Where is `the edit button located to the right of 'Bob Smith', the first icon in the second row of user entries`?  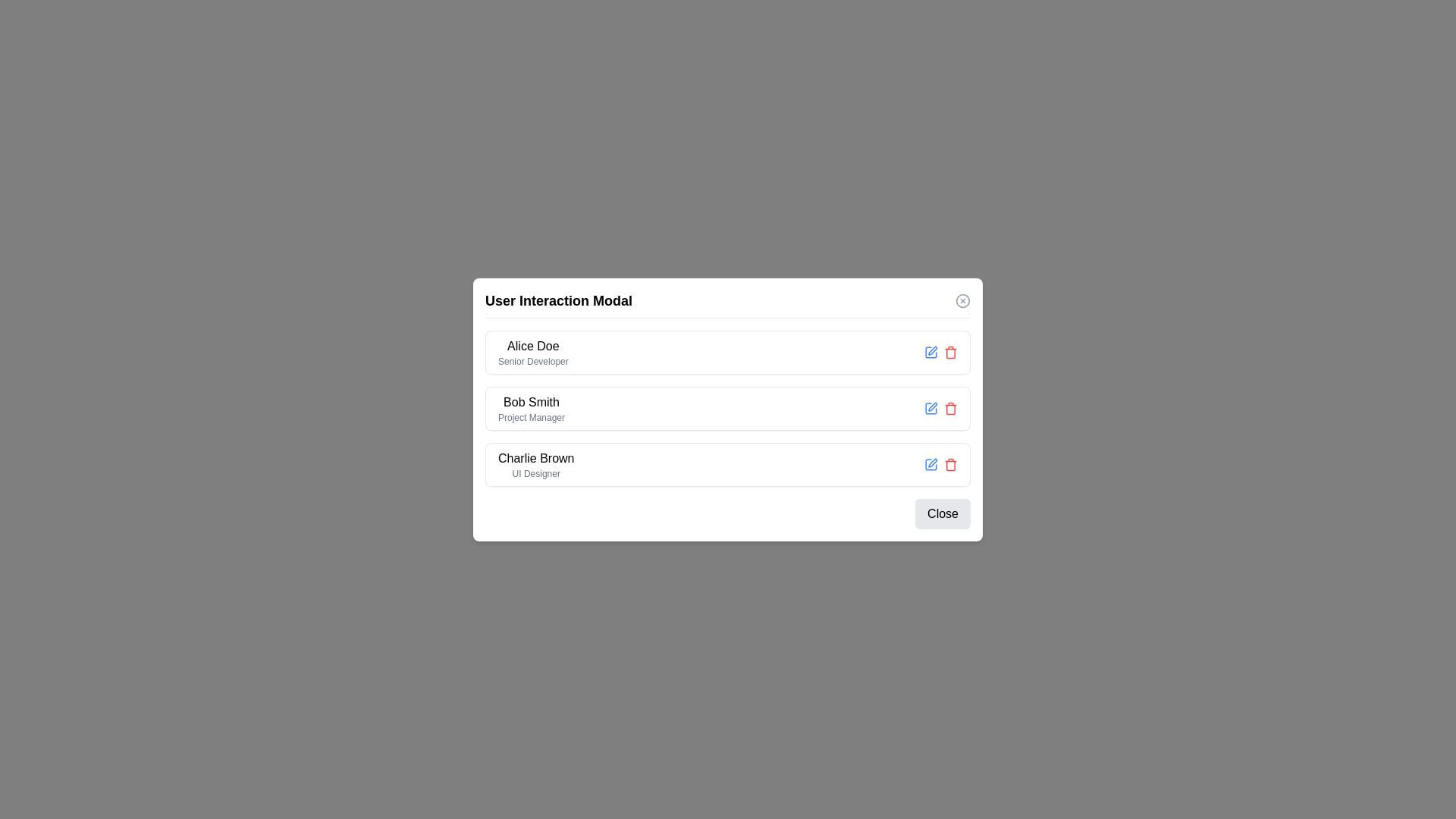
the edit button located to the right of 'Bob Smith', the first icon in the second row of user entries is located at coordinates (930, 407).